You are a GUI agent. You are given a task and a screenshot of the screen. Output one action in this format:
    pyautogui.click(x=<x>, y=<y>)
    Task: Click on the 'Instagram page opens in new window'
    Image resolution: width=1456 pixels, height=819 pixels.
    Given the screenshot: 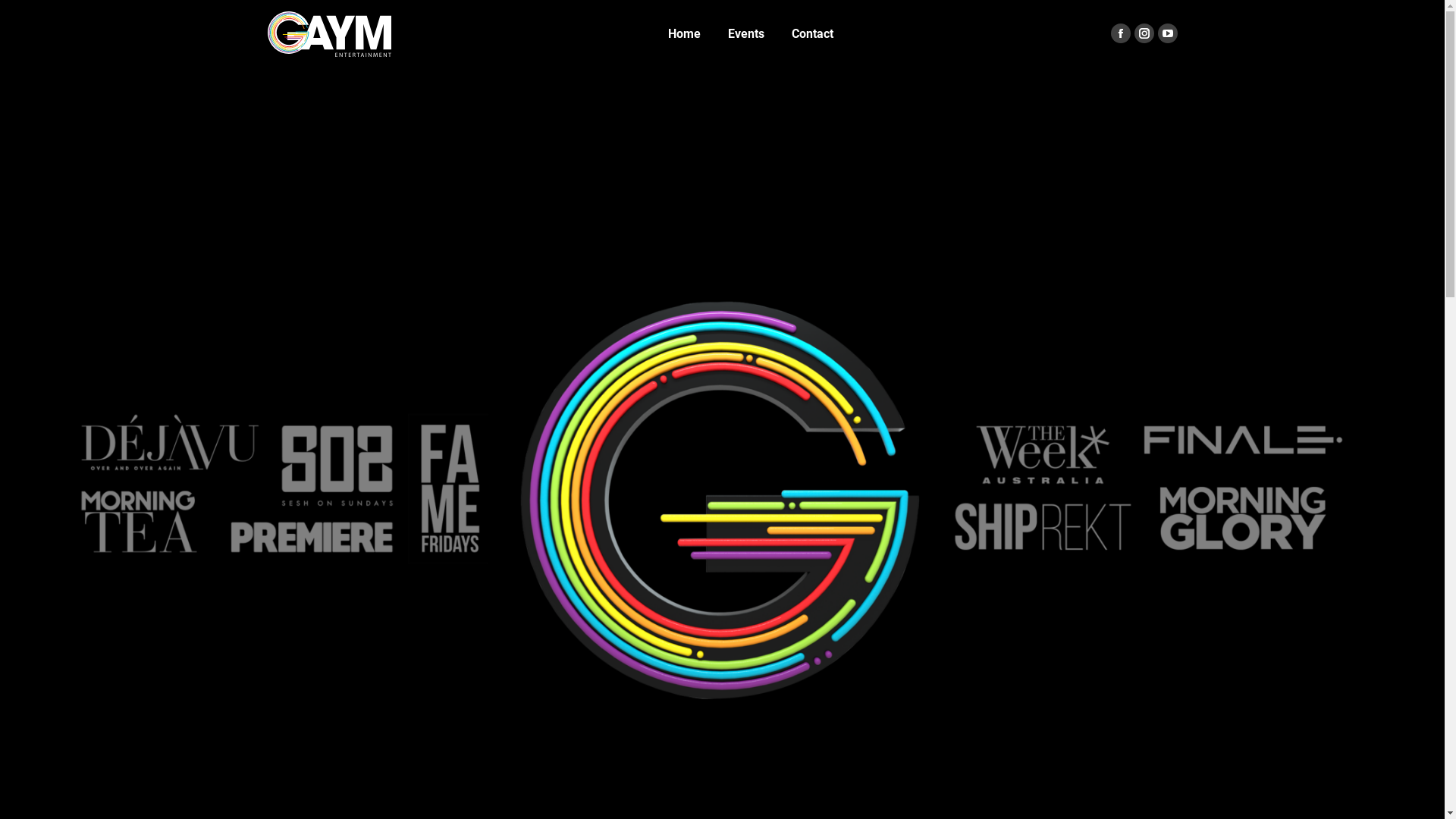 What is the action you would take?
    pyautogui.click(x=1144, y=33)
    